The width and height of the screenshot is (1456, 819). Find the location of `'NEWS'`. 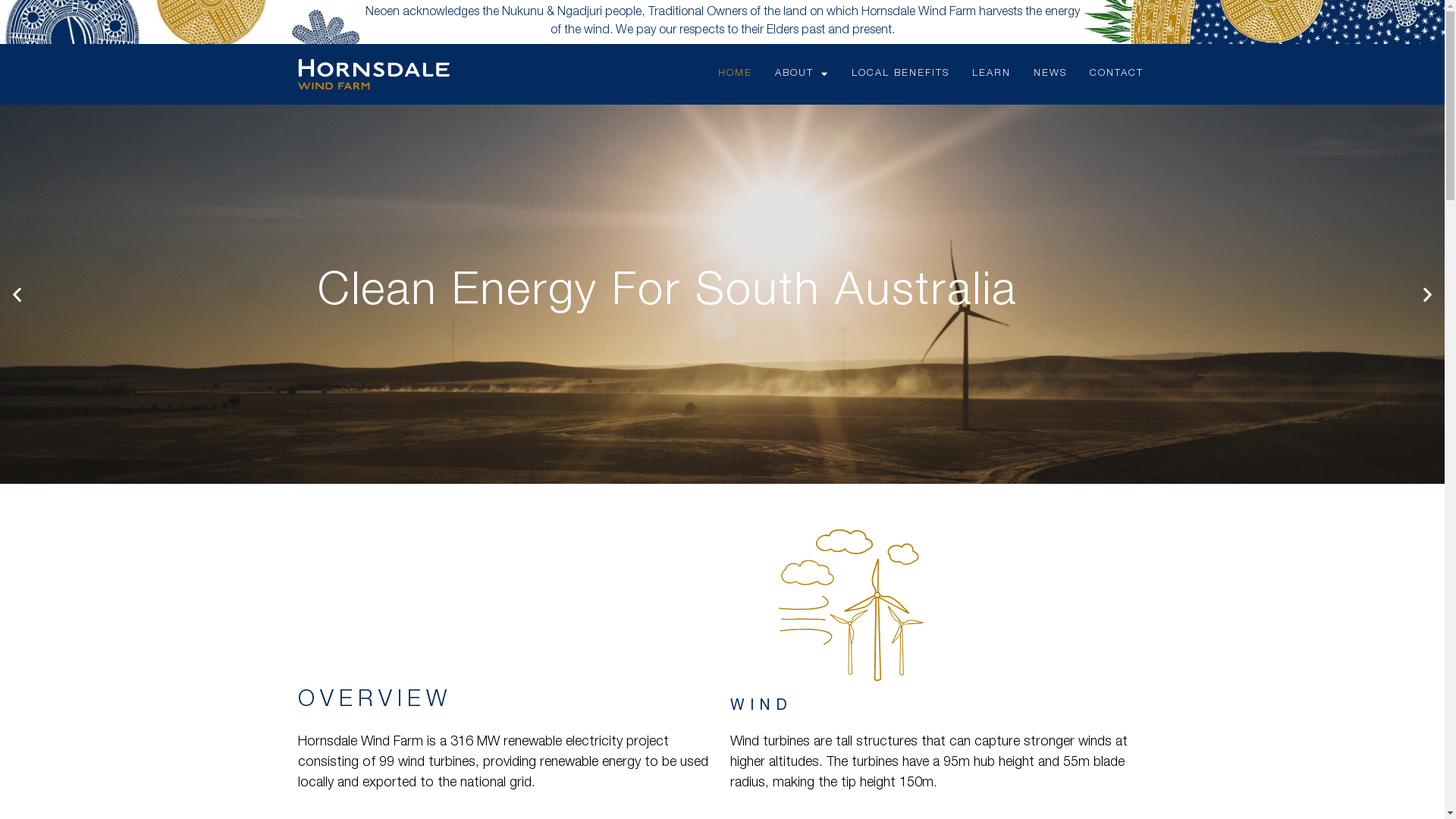

'NEWS' is located at coordinates (1022, 74).